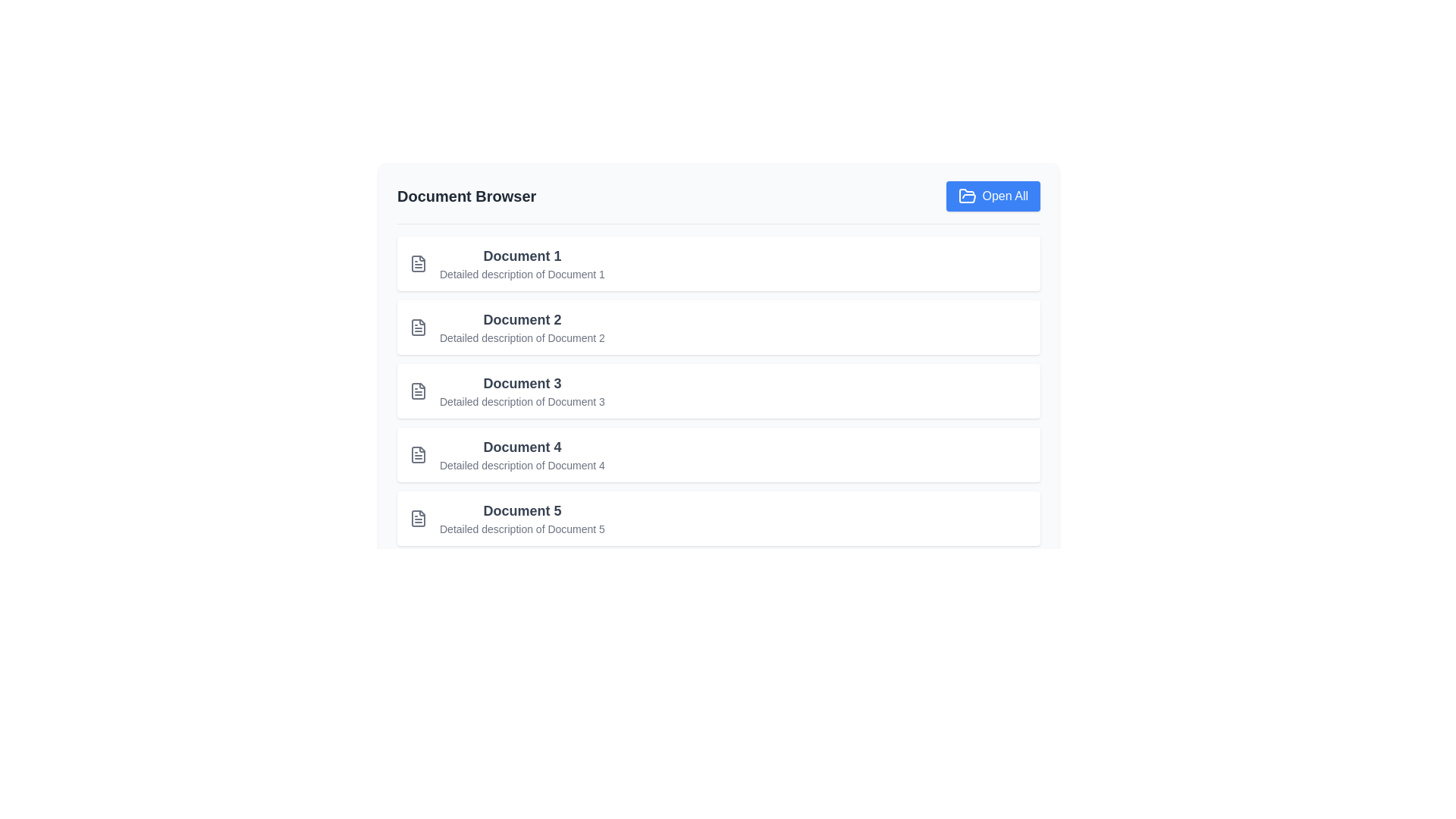 This screenshot has width=1456, height=819. What do you see at coordinates (522, 275) in the screenshot?
I see `the static text label providing additional details for 'Document 1', located directly beneath the document title in the list` at bounding box center [522, 275].